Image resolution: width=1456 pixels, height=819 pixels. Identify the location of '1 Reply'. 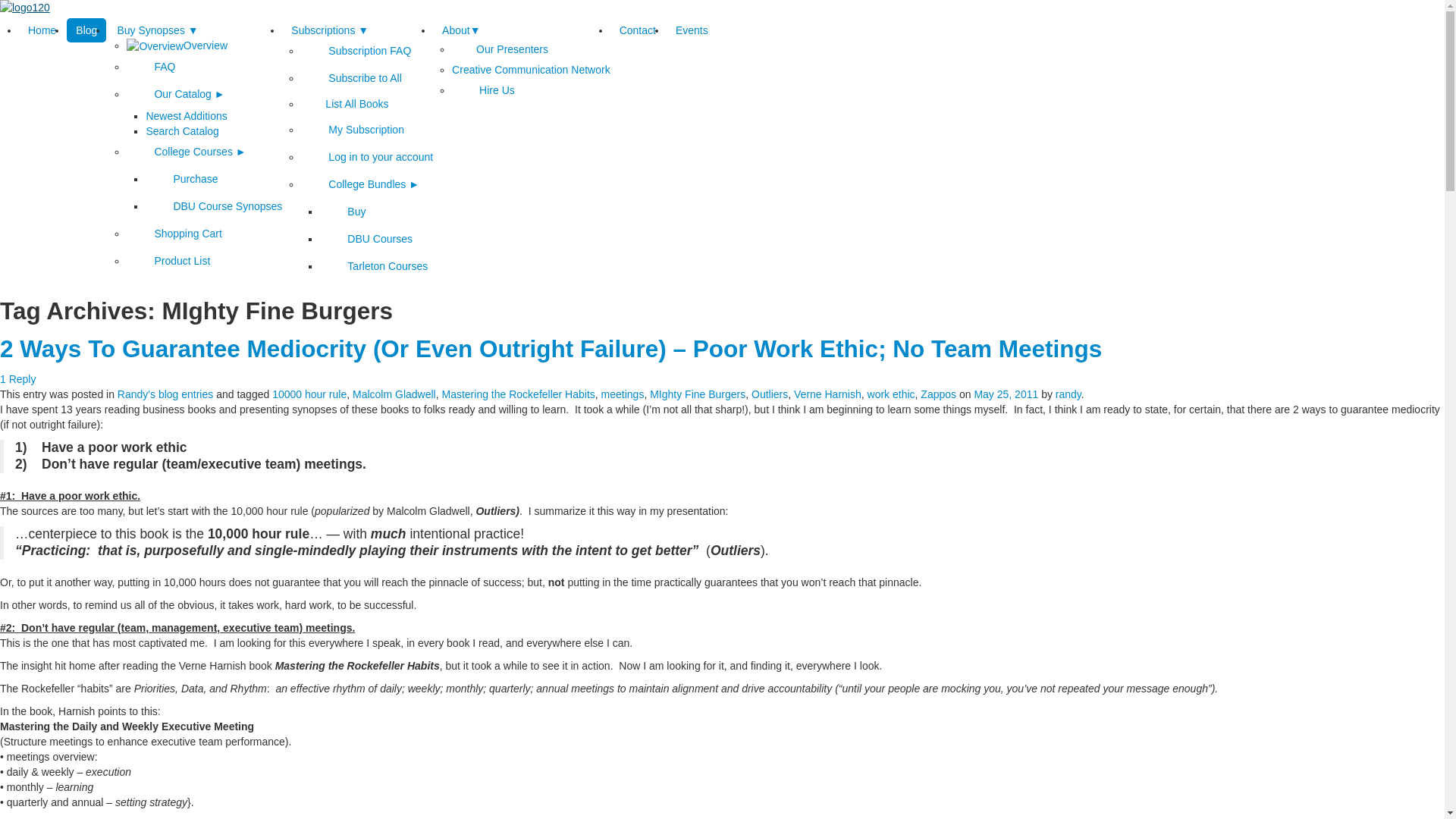
(0, 378).